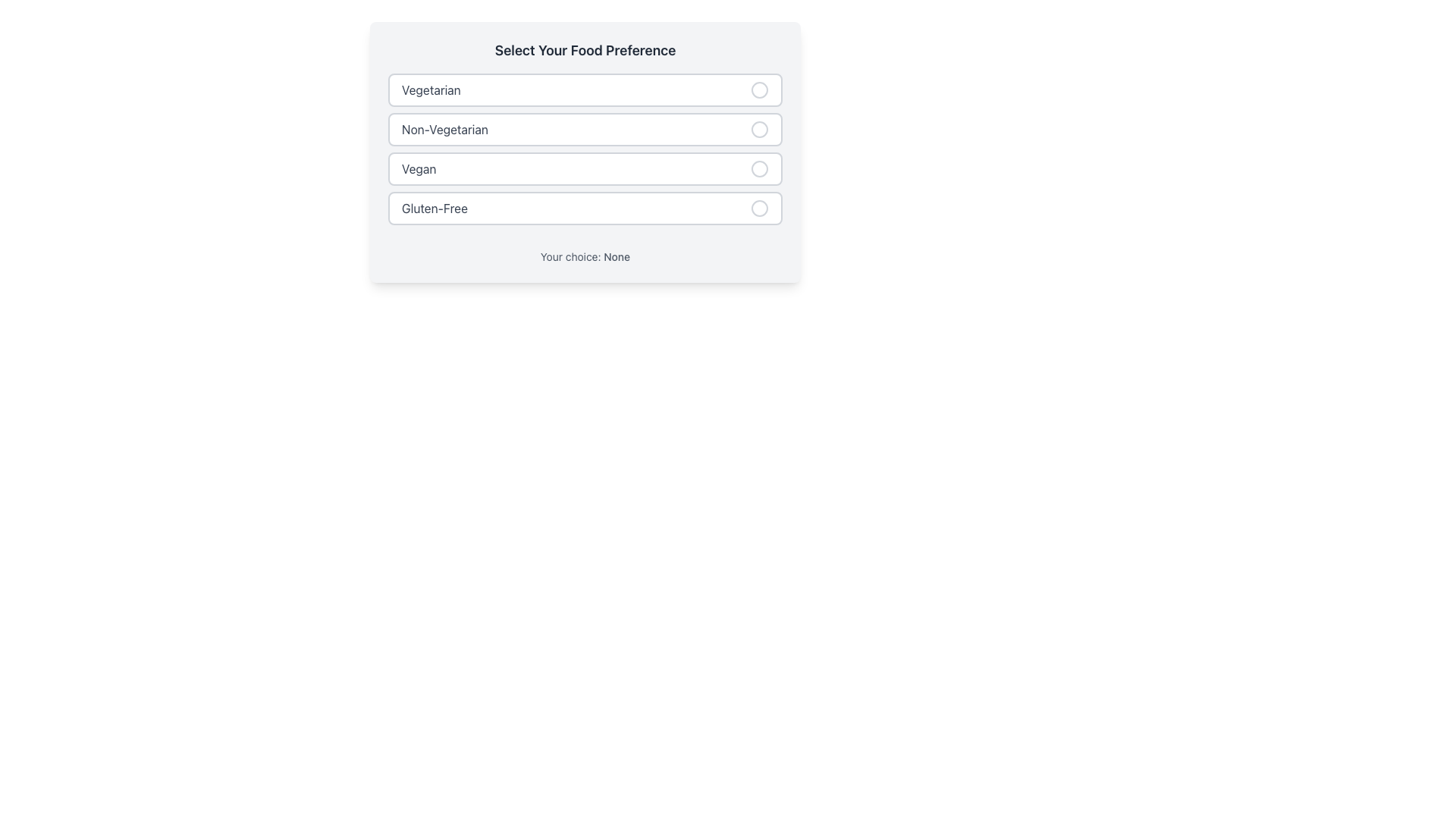  I want to click on text label that says 'Gluten-Free', which is styled in gray color and is centrally aligned within the fourth option of the food preferences list, so click(434, 208).